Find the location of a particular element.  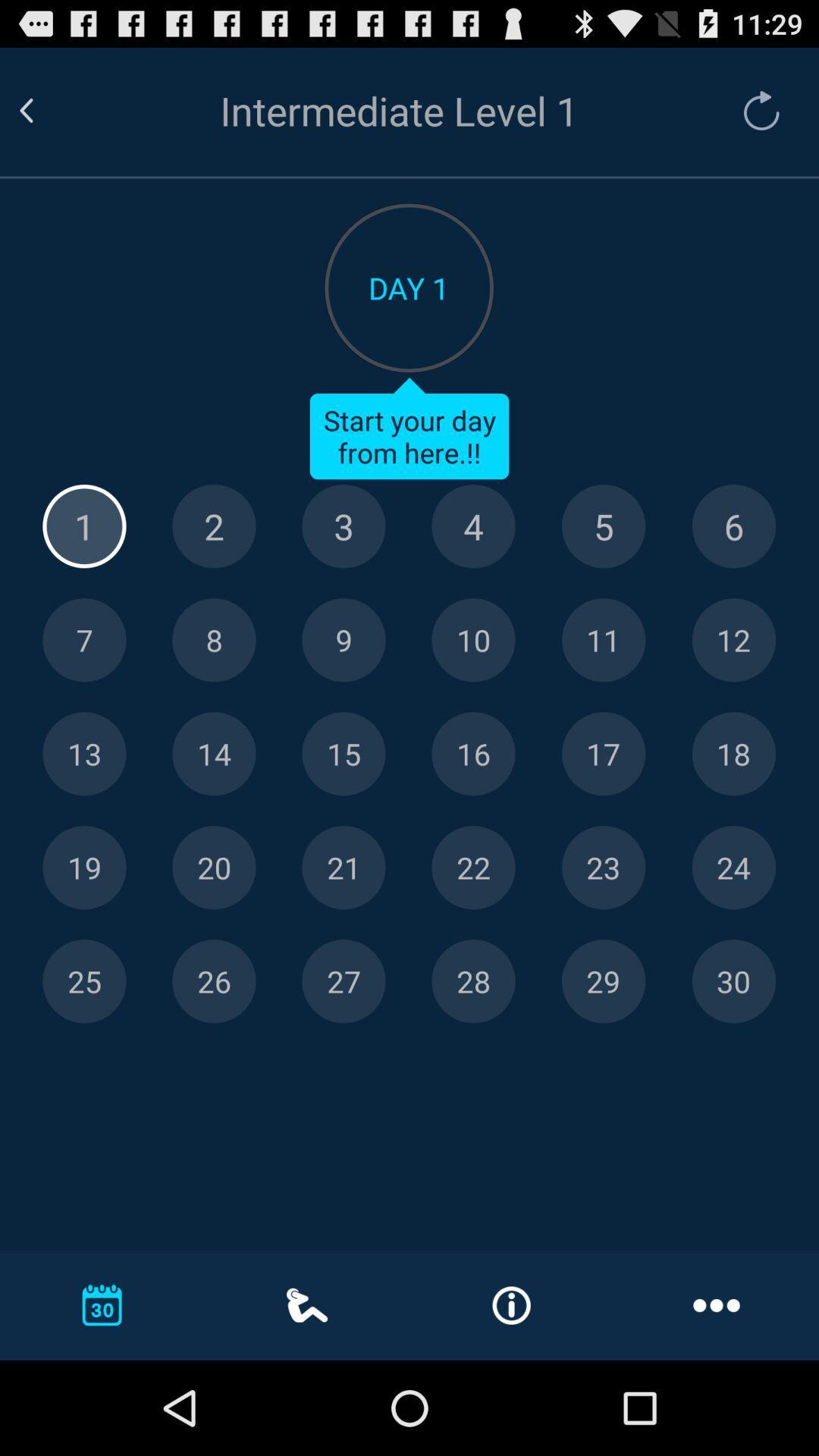

day 7 is located at coordinates (84, 640).